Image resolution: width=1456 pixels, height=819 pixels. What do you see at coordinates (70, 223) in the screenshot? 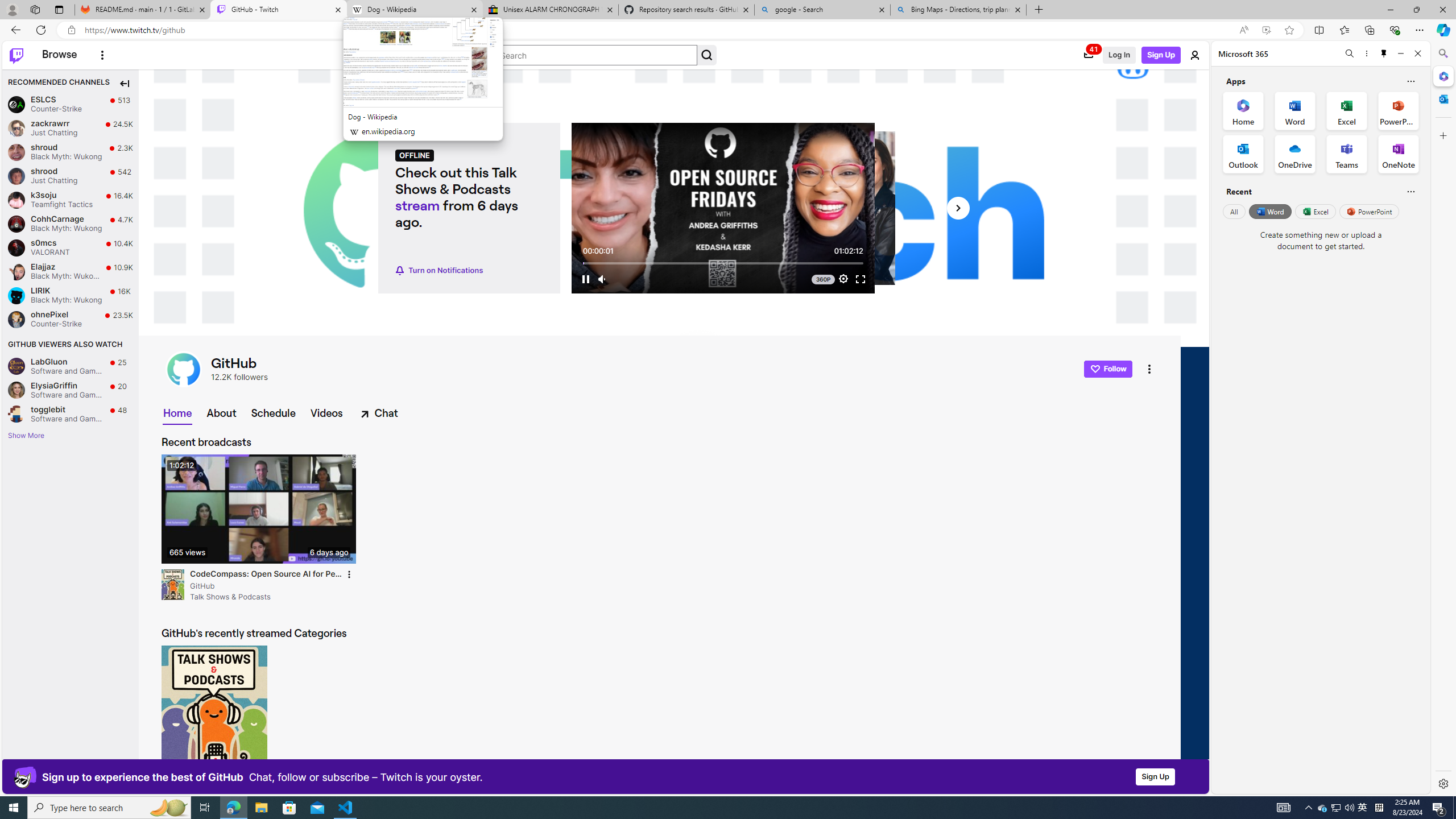
I see `'CohhCarnage CohhCarnage Black Myth: Wukong Live 4.7K viewers'` at bounding box center [70, 223].